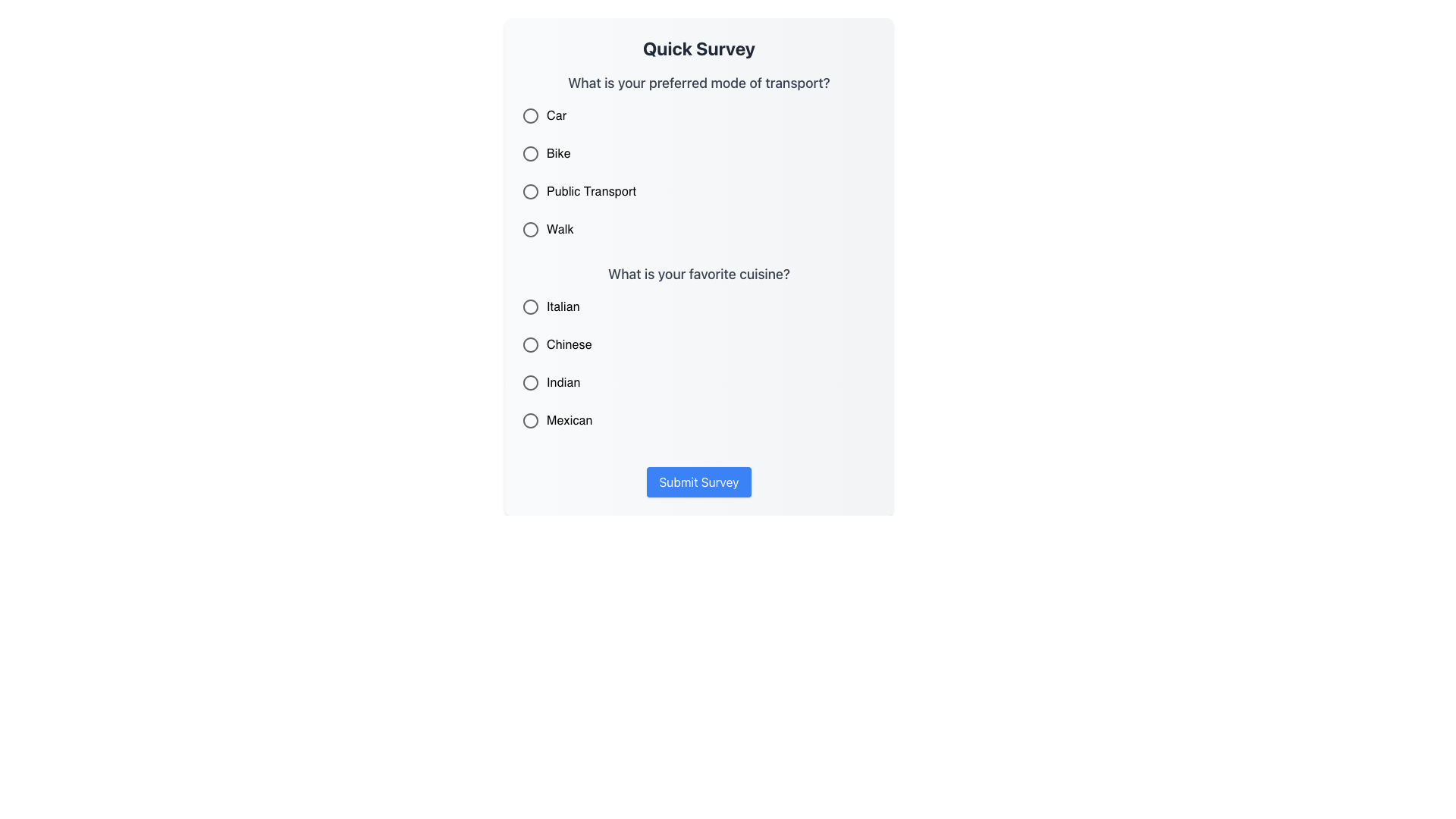 This screenshot has height=819, width=1456. Describe the element at coordinates (531, 154) in the screenshot. I see `the second radio button labeled 'Bike'` at that location.